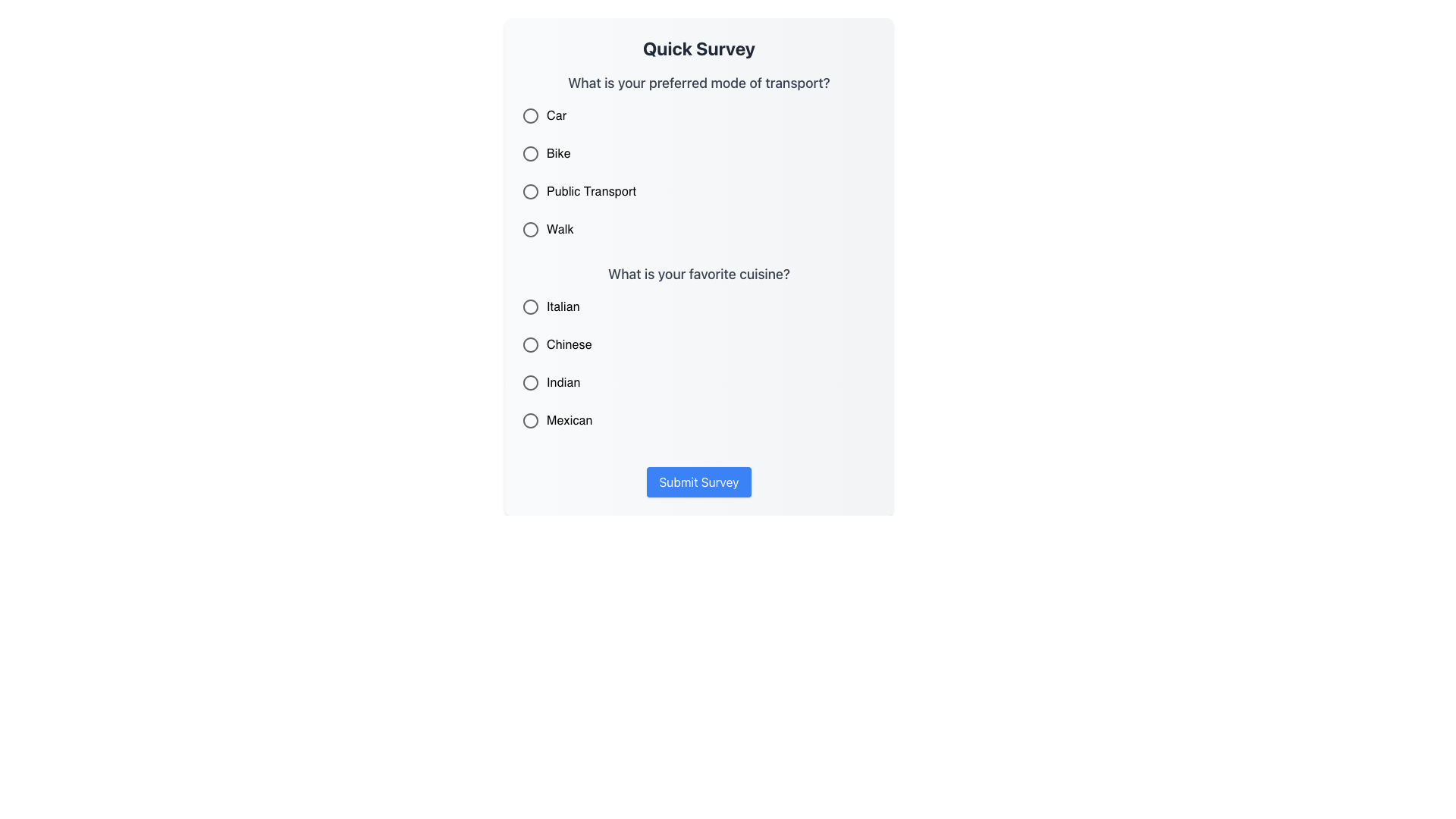 This screenshot has height=819, width=1456. Describe the element at coordinates (531, 154) in the screenshot. I see `the second radio button labeled 'Bike'` at that location.